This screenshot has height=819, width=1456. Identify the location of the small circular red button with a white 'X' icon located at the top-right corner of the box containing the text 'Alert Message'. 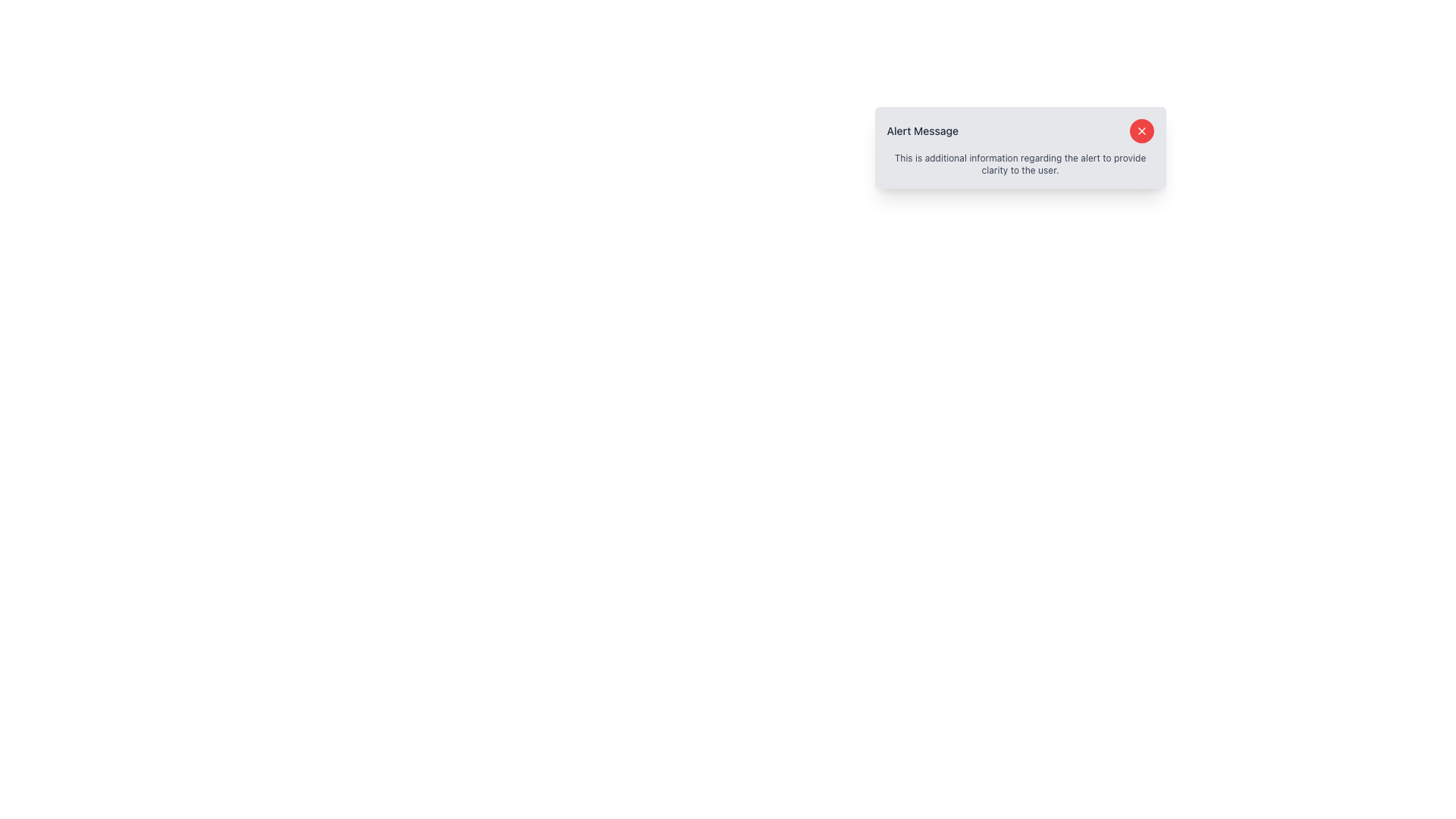
(1141, 130).